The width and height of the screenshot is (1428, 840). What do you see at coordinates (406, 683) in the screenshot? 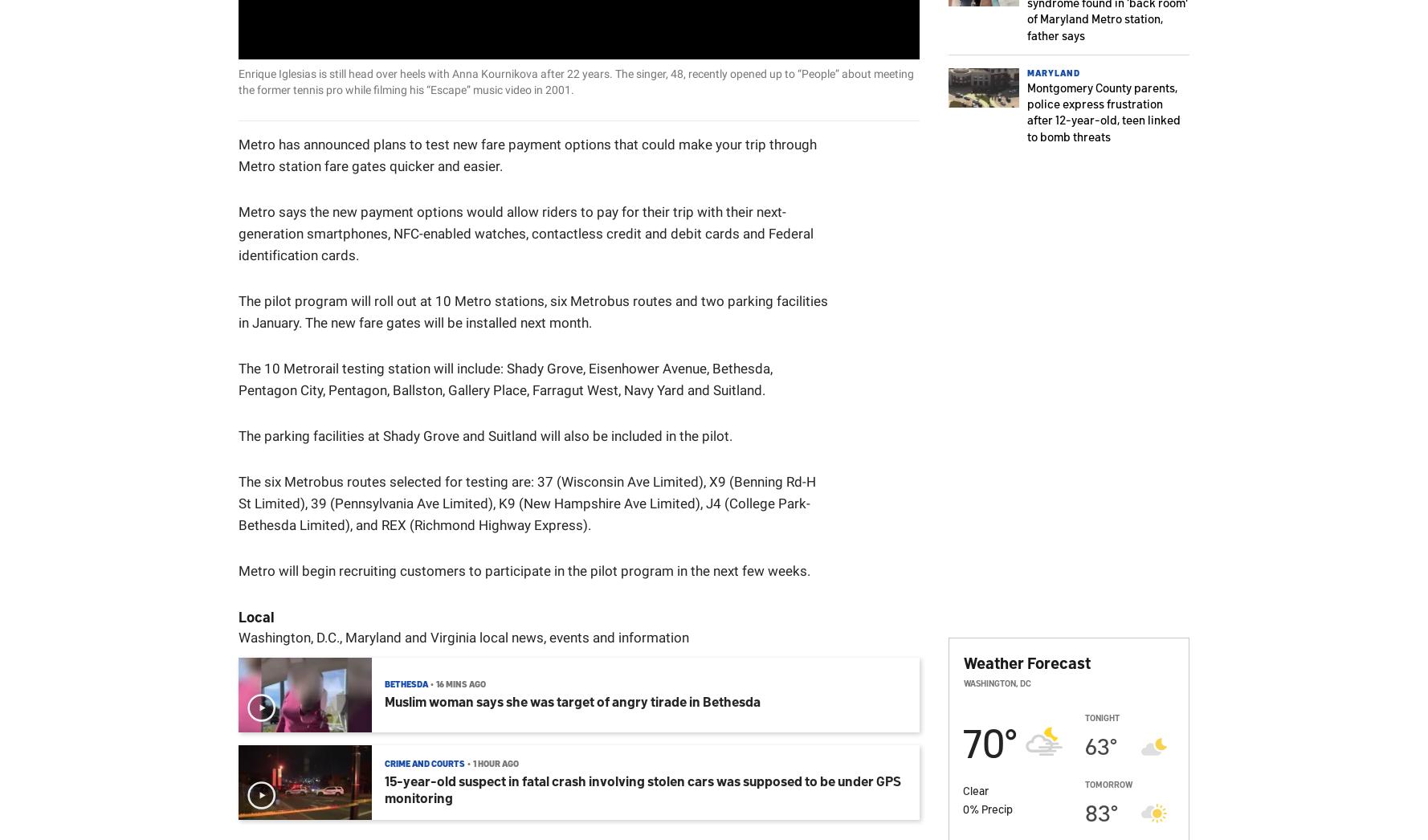
I see `'Bethesda'` at bounding box center [406, 683].